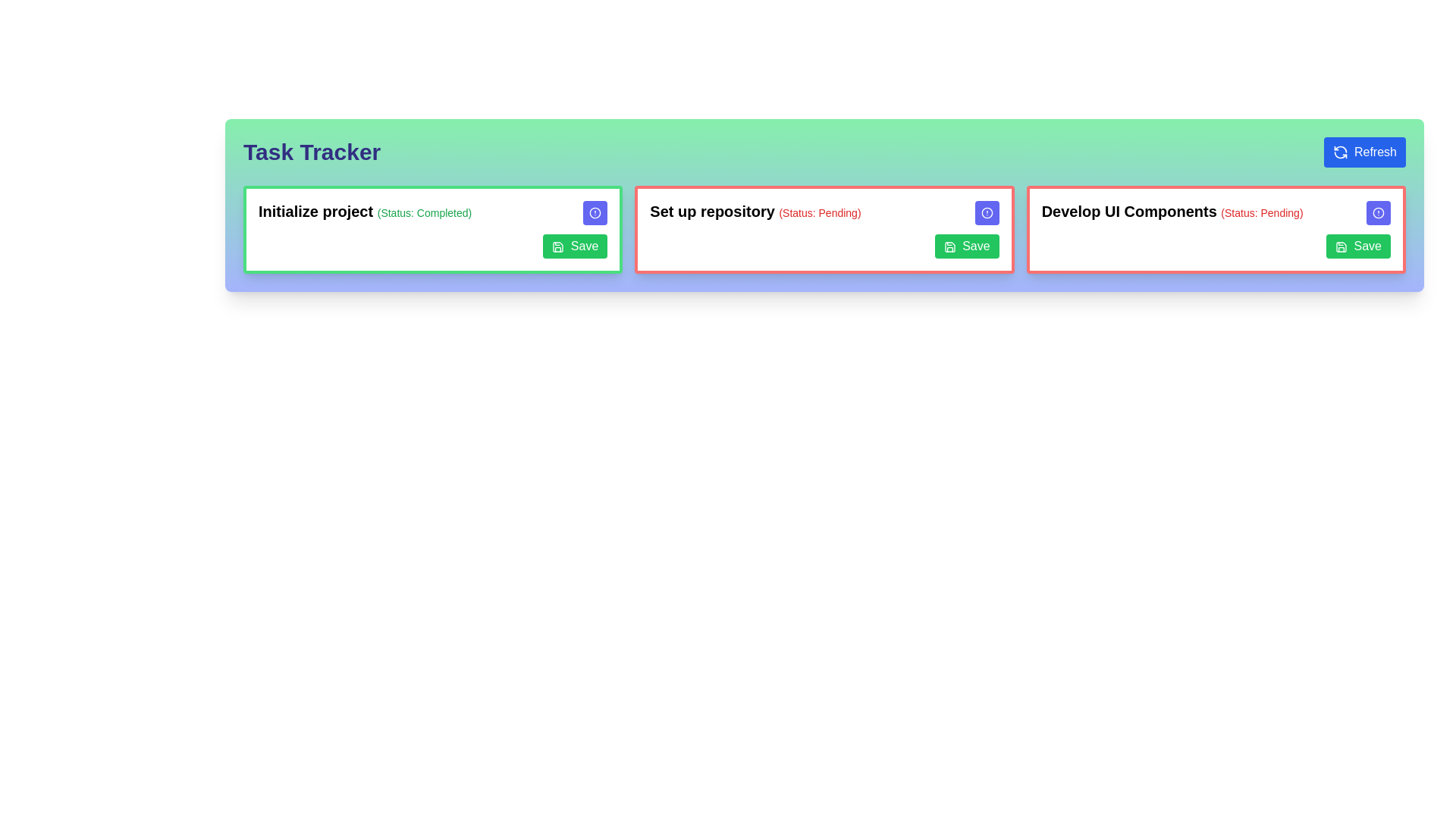  What do you see at coordinates (365, 213) in the screenshot?
I see `the text label that states 'Initialize project' with smaller green text '(Status: Completed)' located in the first task card on the left side of the task tracker interface` at bounding box center [365, 213].